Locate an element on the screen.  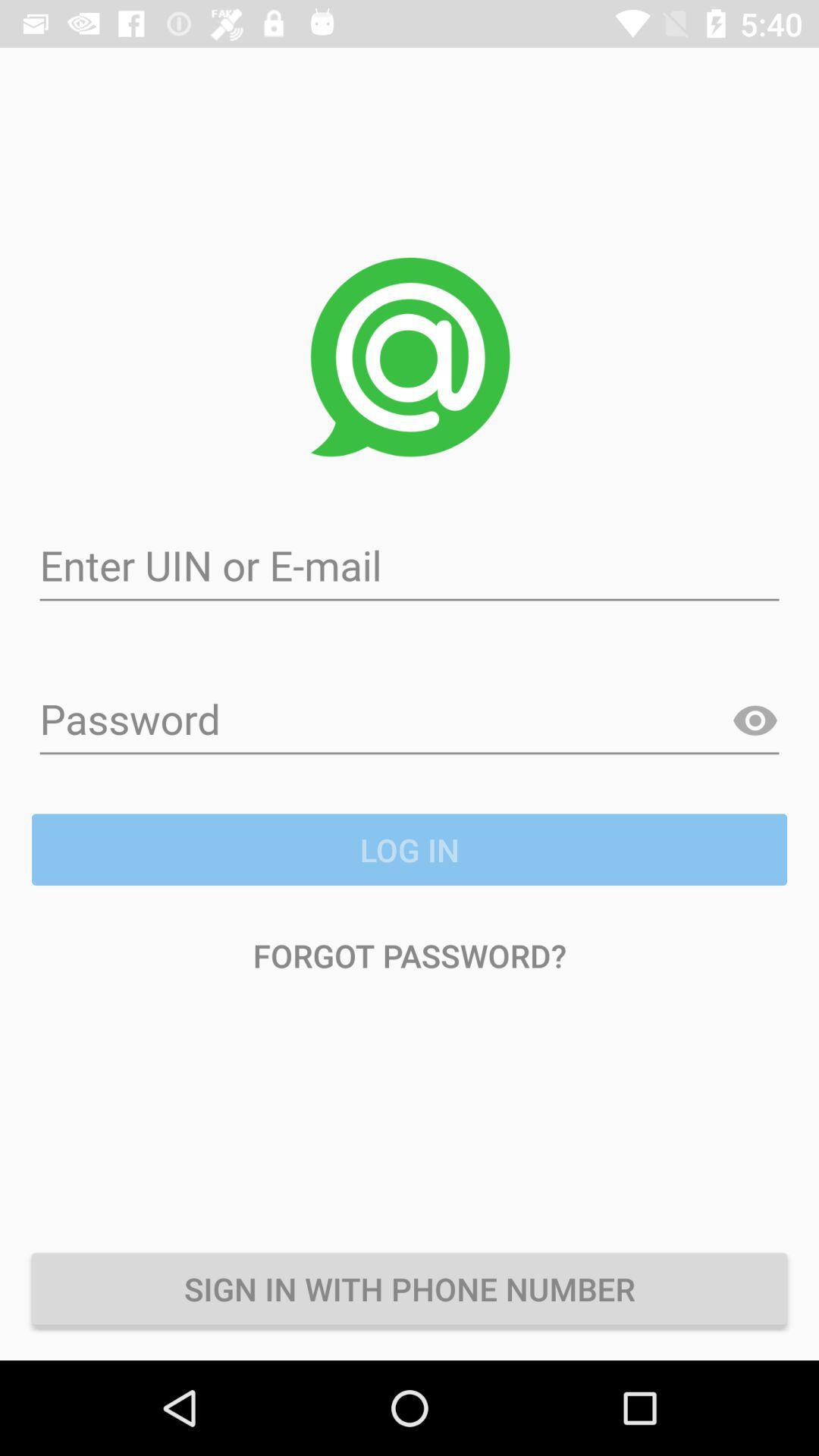
item below log in icon is located at coordinates (409, 954).